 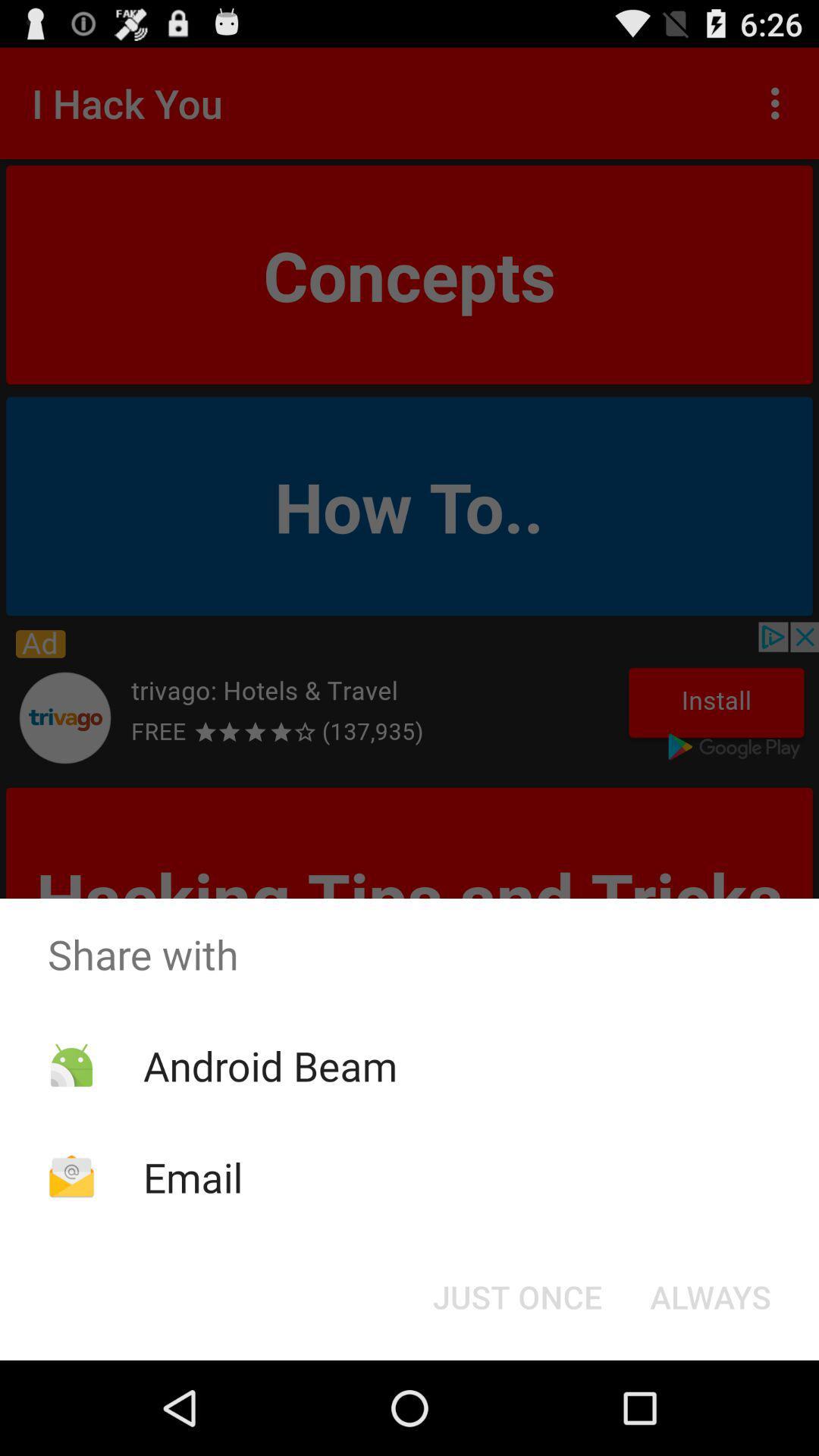 I want to click on email icon, so click(x=192, y=1176).